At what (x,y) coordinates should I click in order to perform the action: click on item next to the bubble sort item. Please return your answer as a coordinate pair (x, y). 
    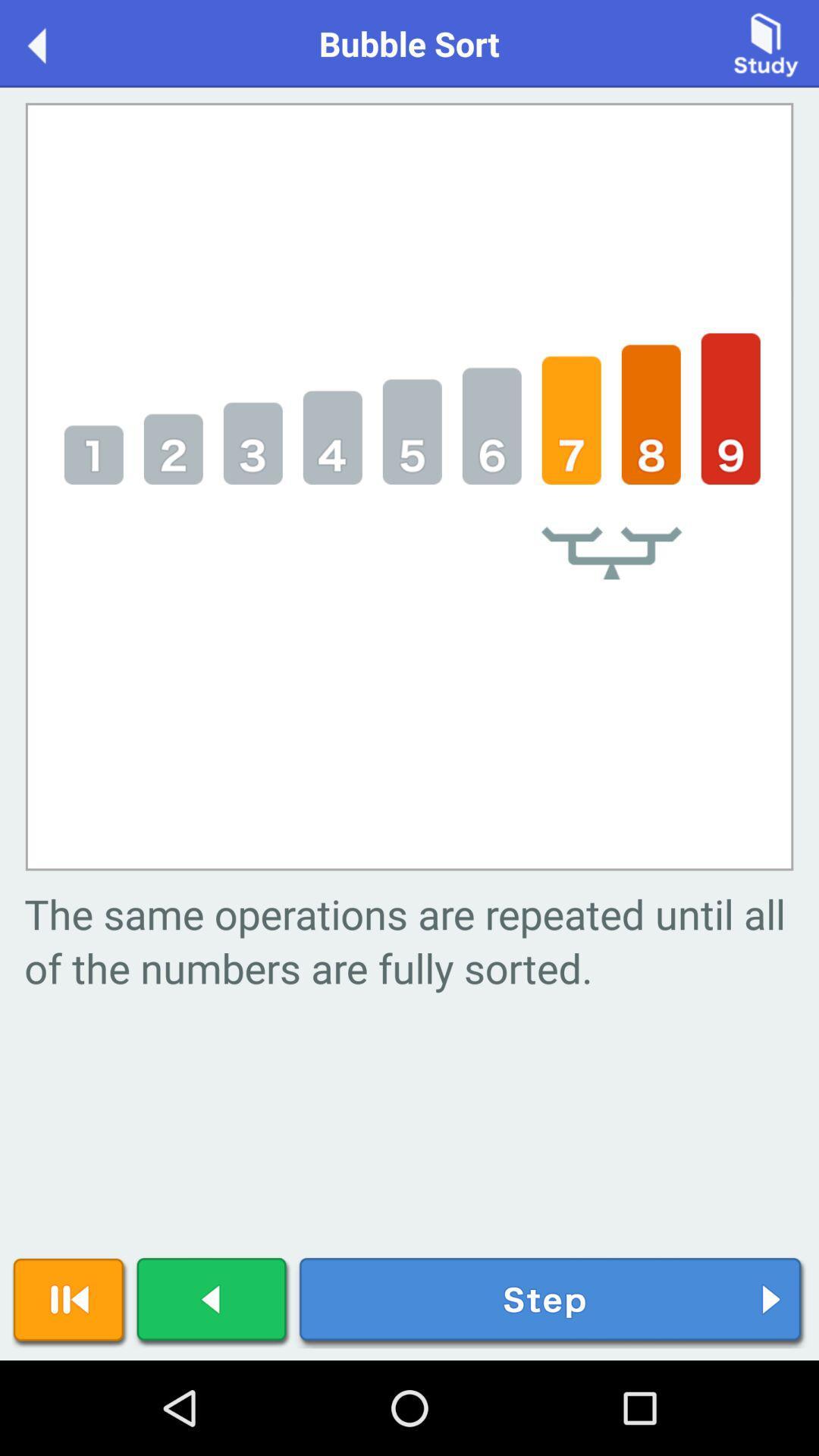
    Looking at the image, I should click on (766, 42).